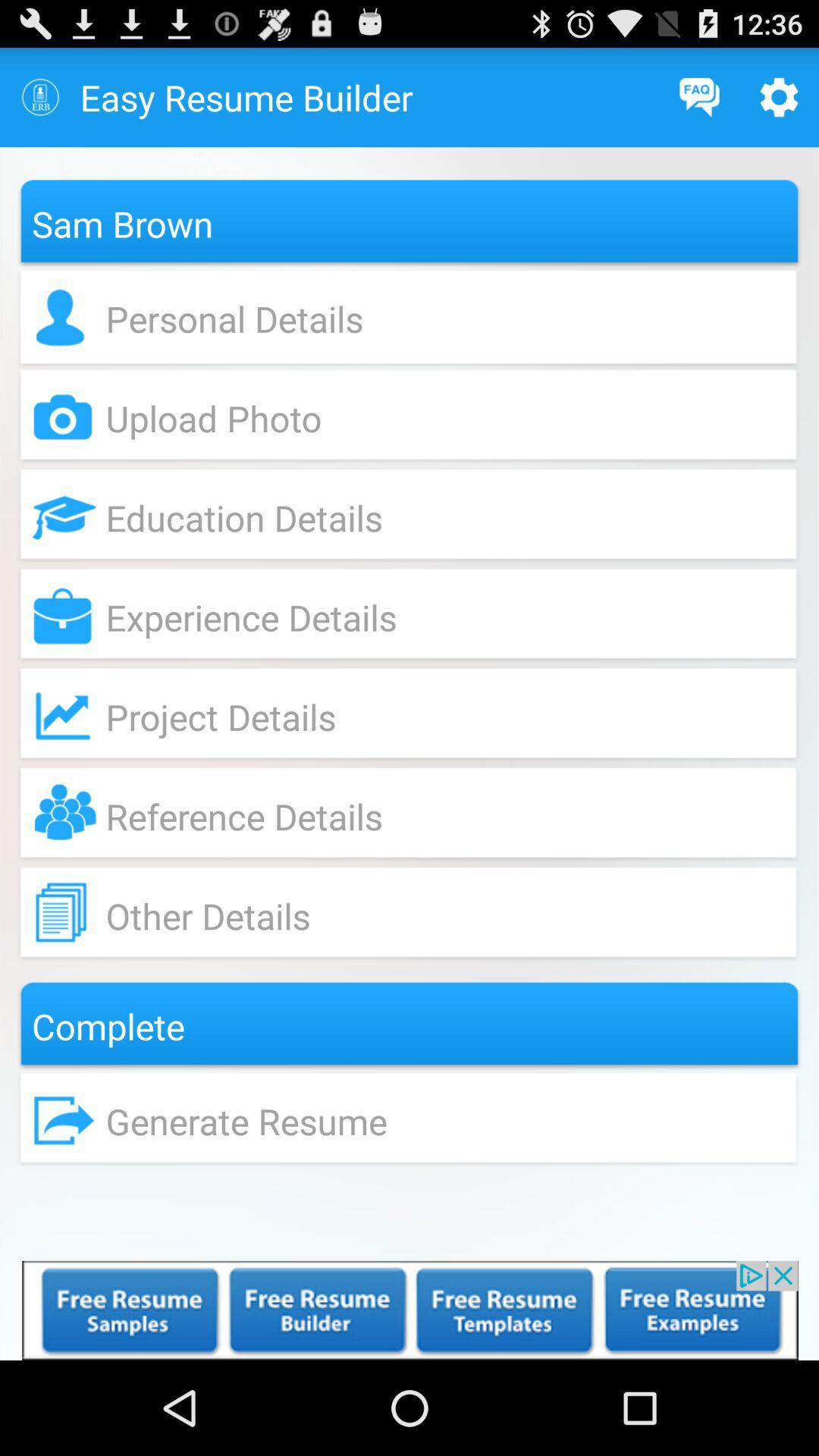  What do you see at coordinates (699, 96) in the screenshot?
I see `frequently asked the questions` at bounding box center [699, 96].